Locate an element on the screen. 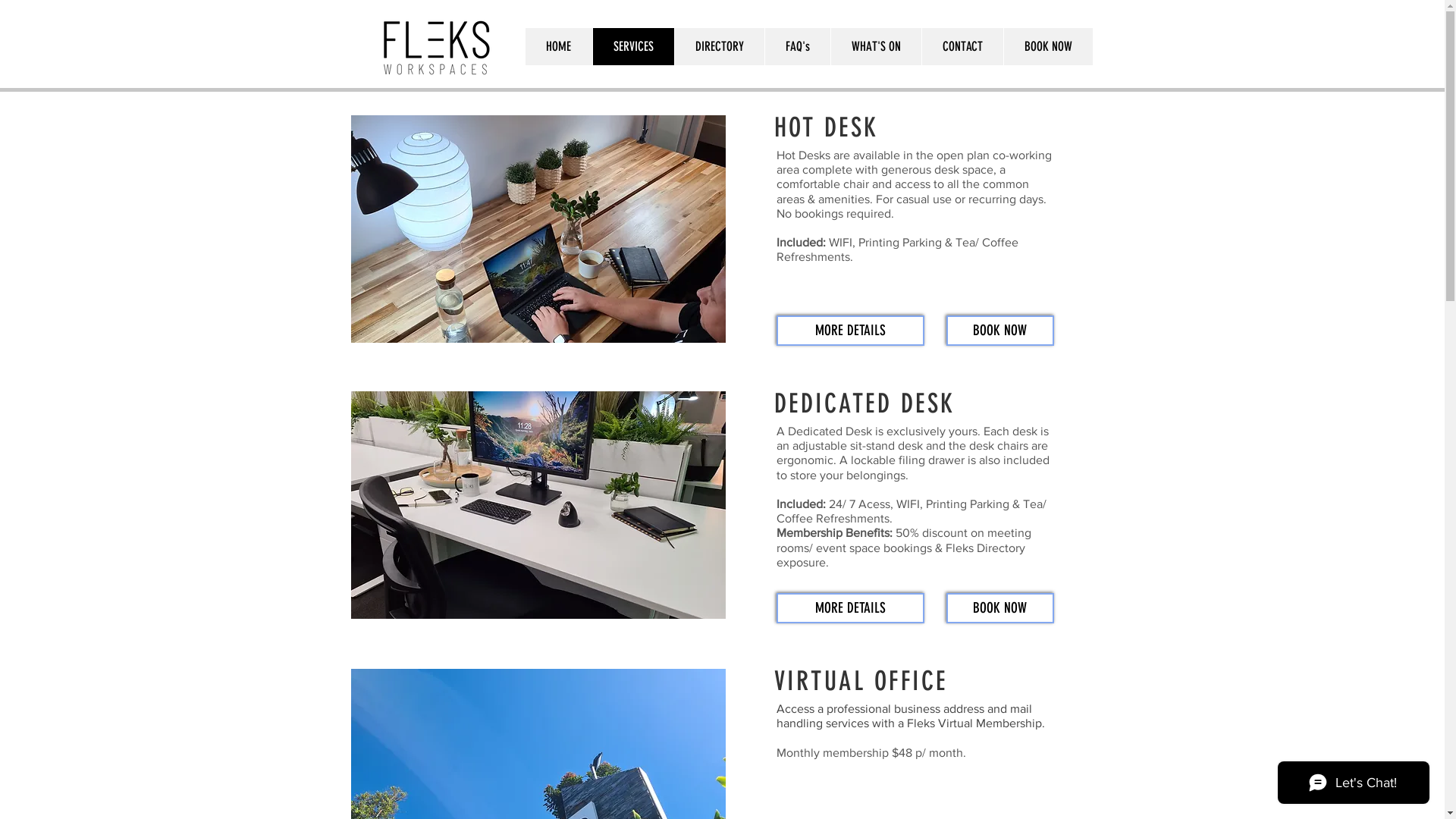  'BOOK NOW' is located at coordinates (1000, 329).